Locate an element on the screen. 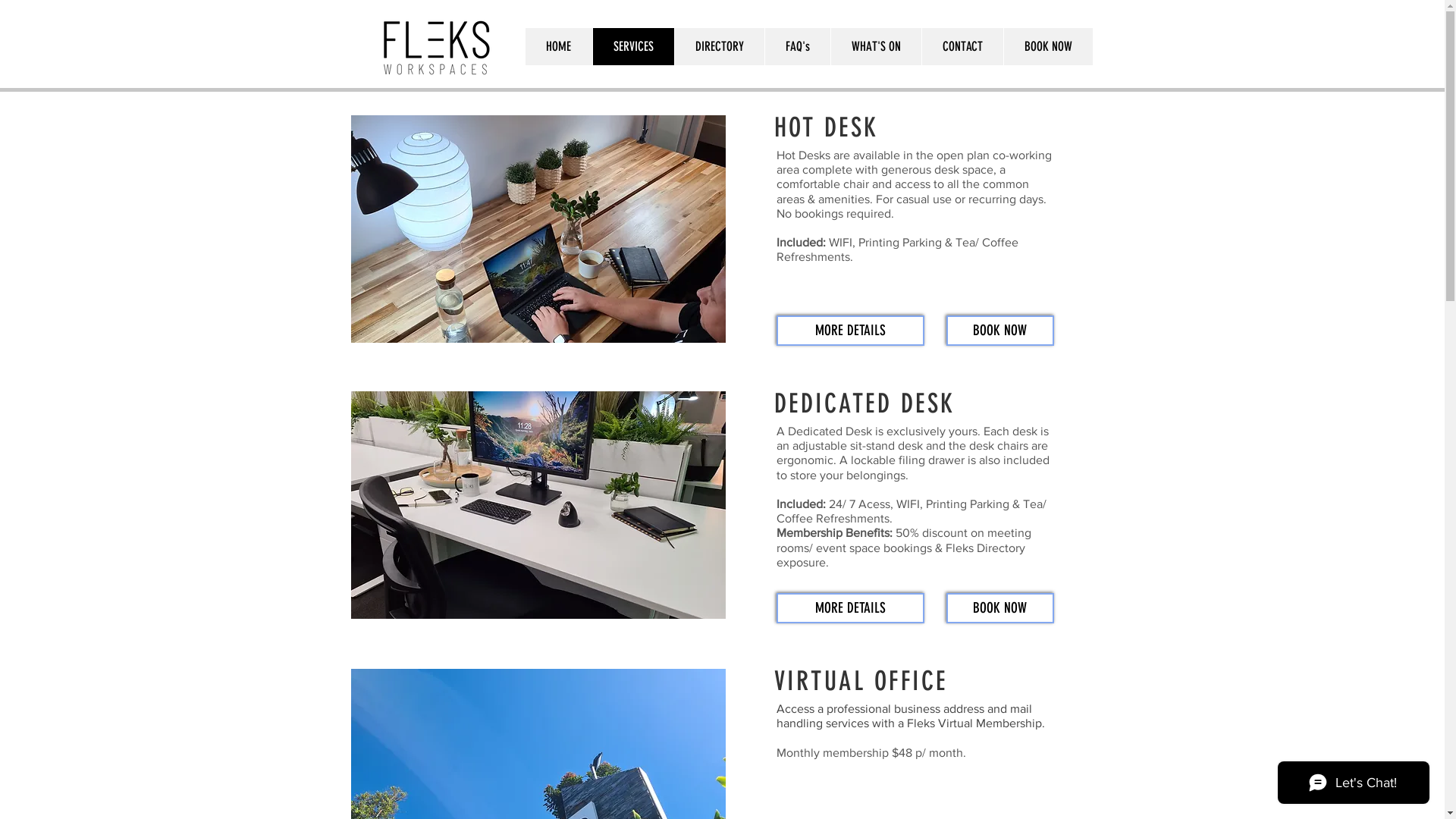  'BOOK NOW' is located at coordinates (1000, 329).